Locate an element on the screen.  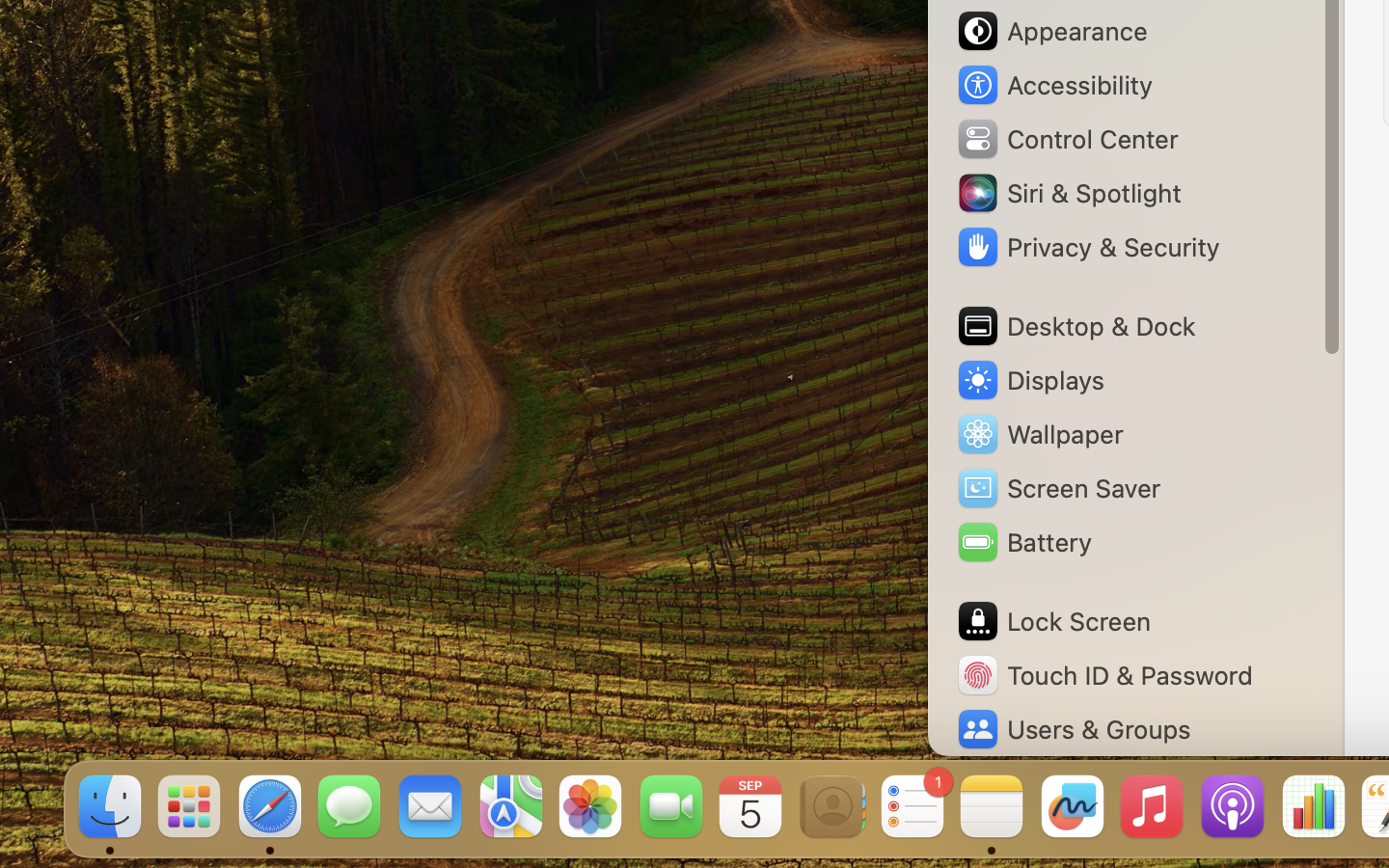
'Control Center' is located at coordinates (1066, 139).